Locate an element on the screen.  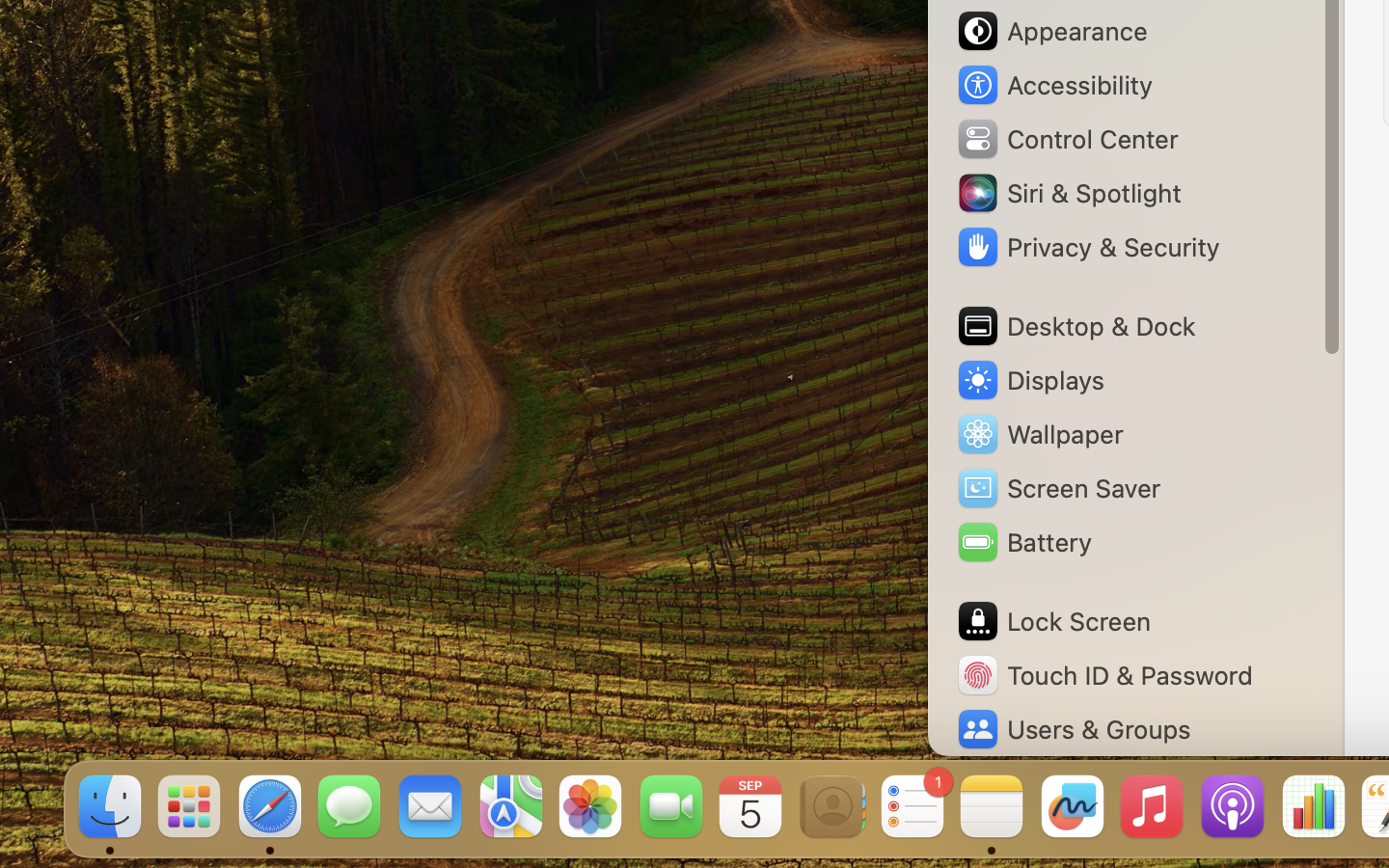
'Control Center' is located at coordinates (1066, 139).